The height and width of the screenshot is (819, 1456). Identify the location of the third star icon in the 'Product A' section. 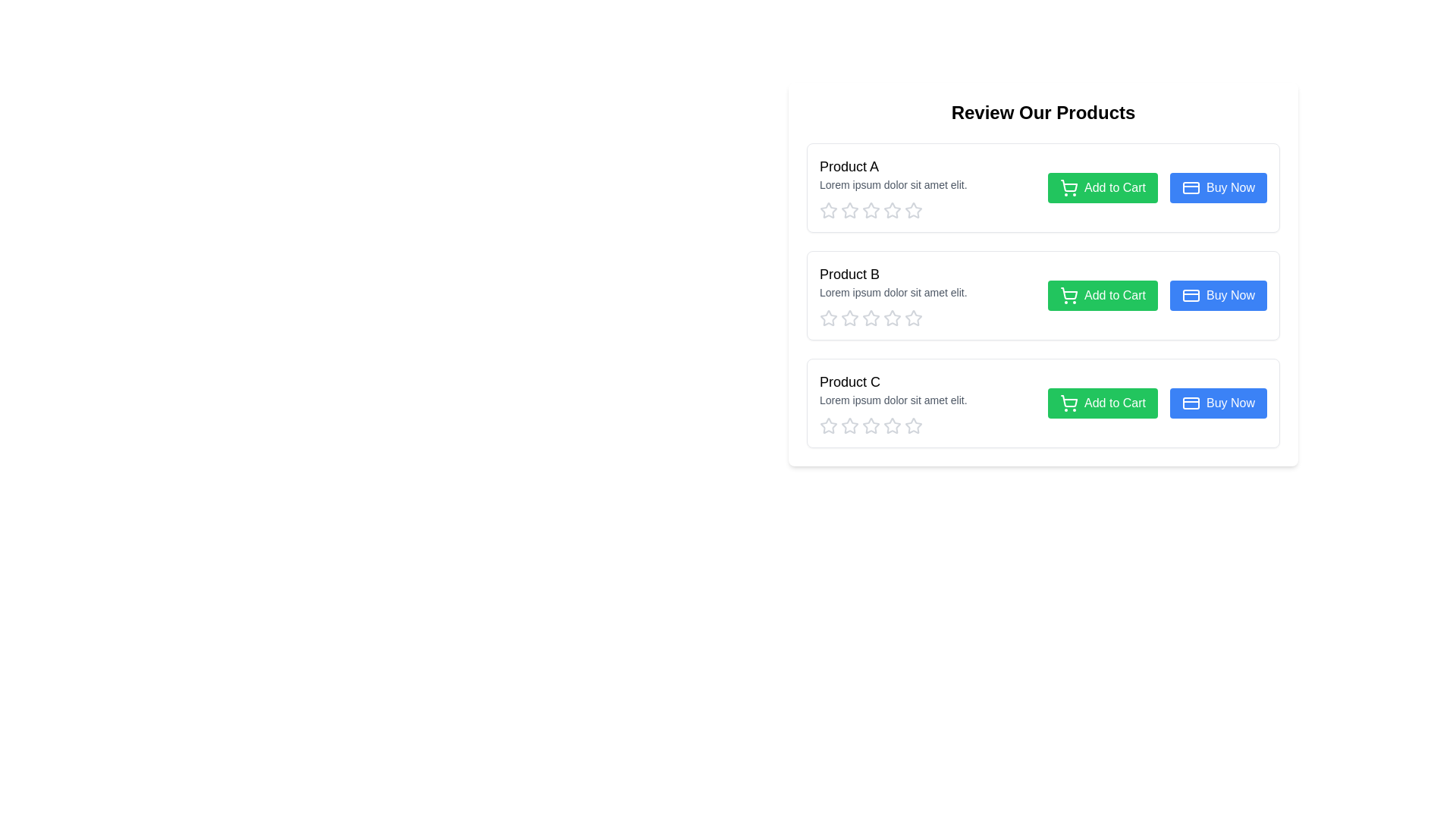
(892, 210).